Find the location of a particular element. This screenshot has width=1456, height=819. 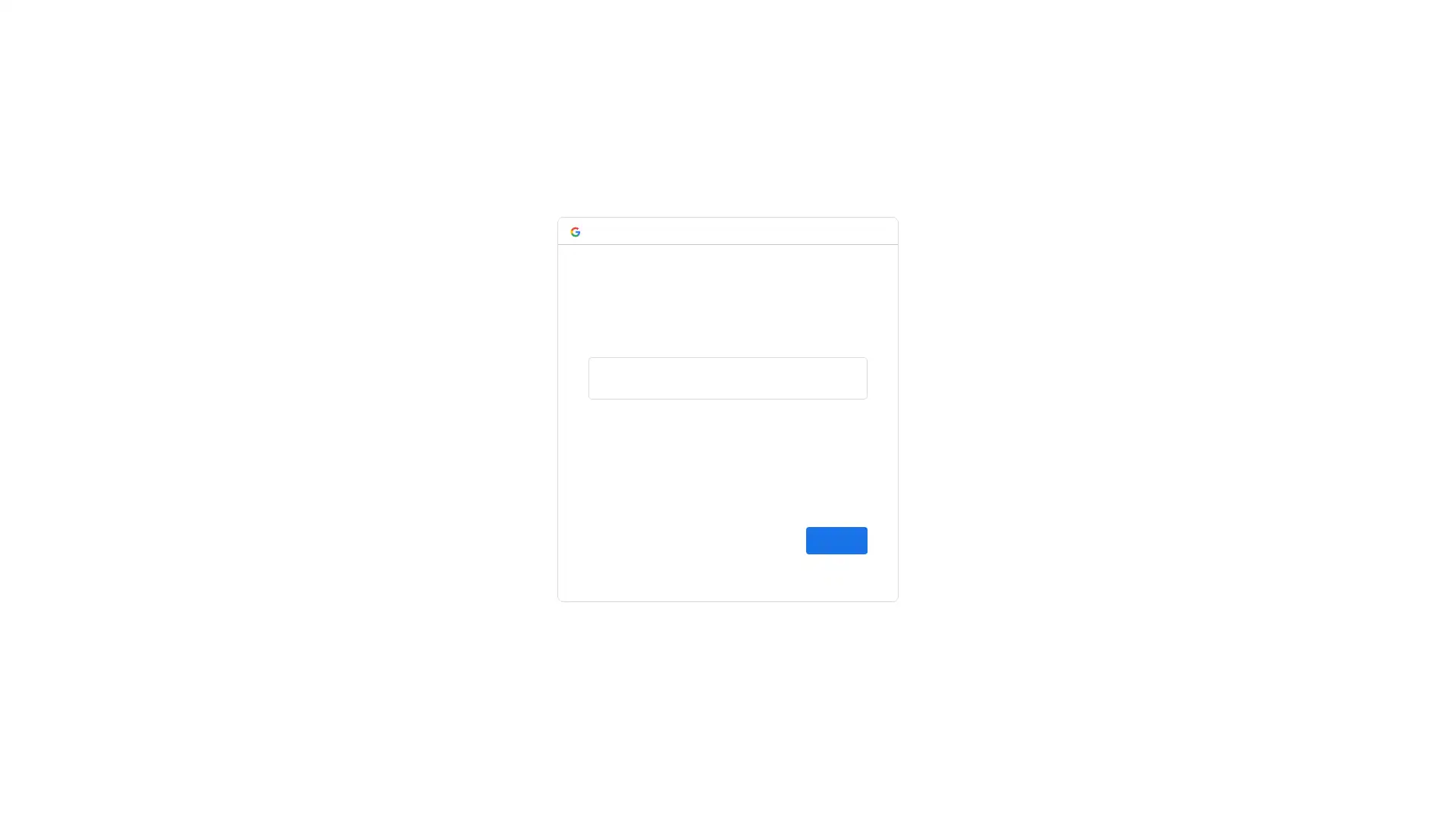

Create account is located at coordinates (627, 540).